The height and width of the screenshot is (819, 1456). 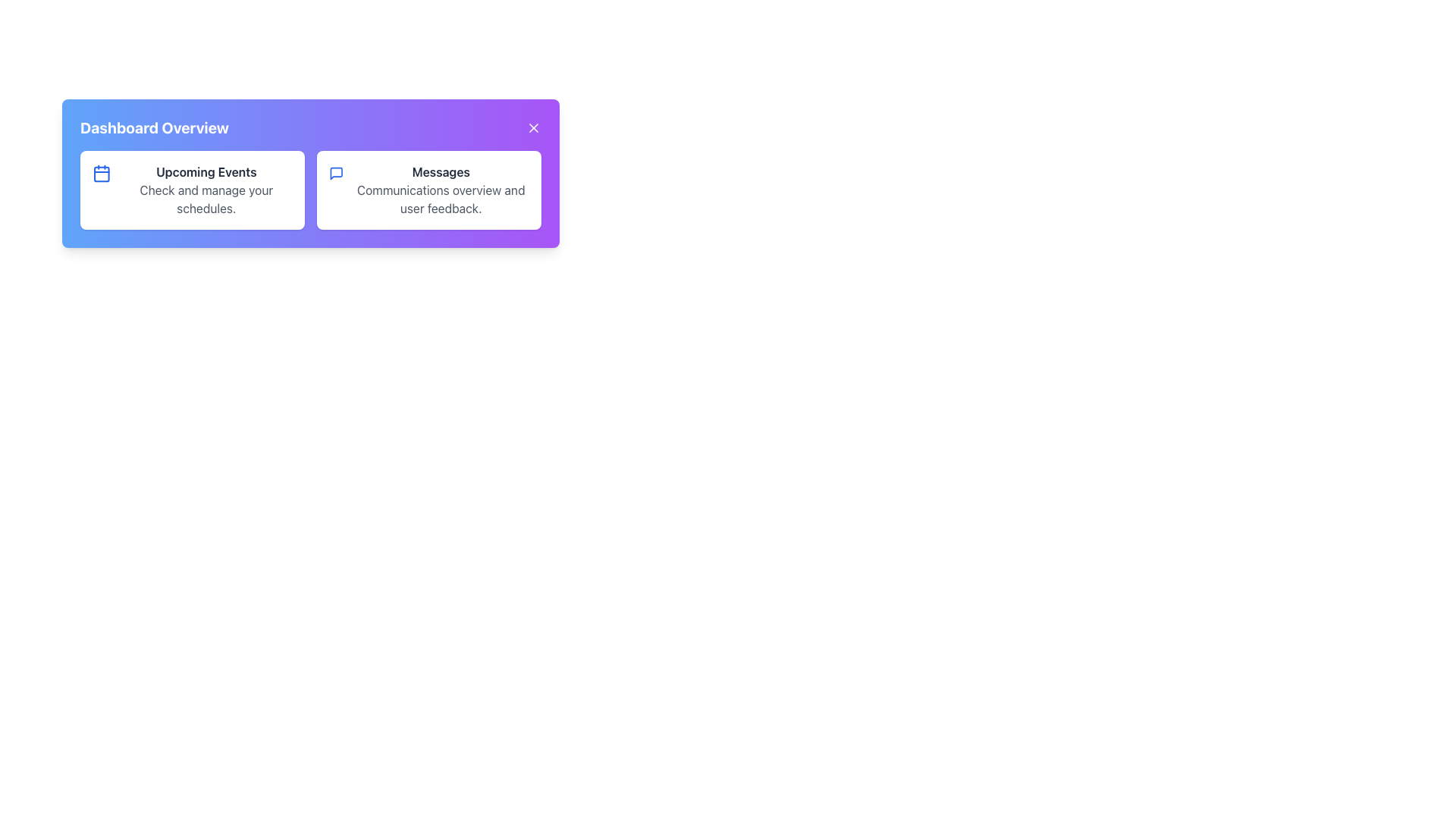 I want to click on the content inside the Informational Card, which is the second card in a two-card layout, positioned on the right side of the Upcoming Events card, so click(x=428, y=189).